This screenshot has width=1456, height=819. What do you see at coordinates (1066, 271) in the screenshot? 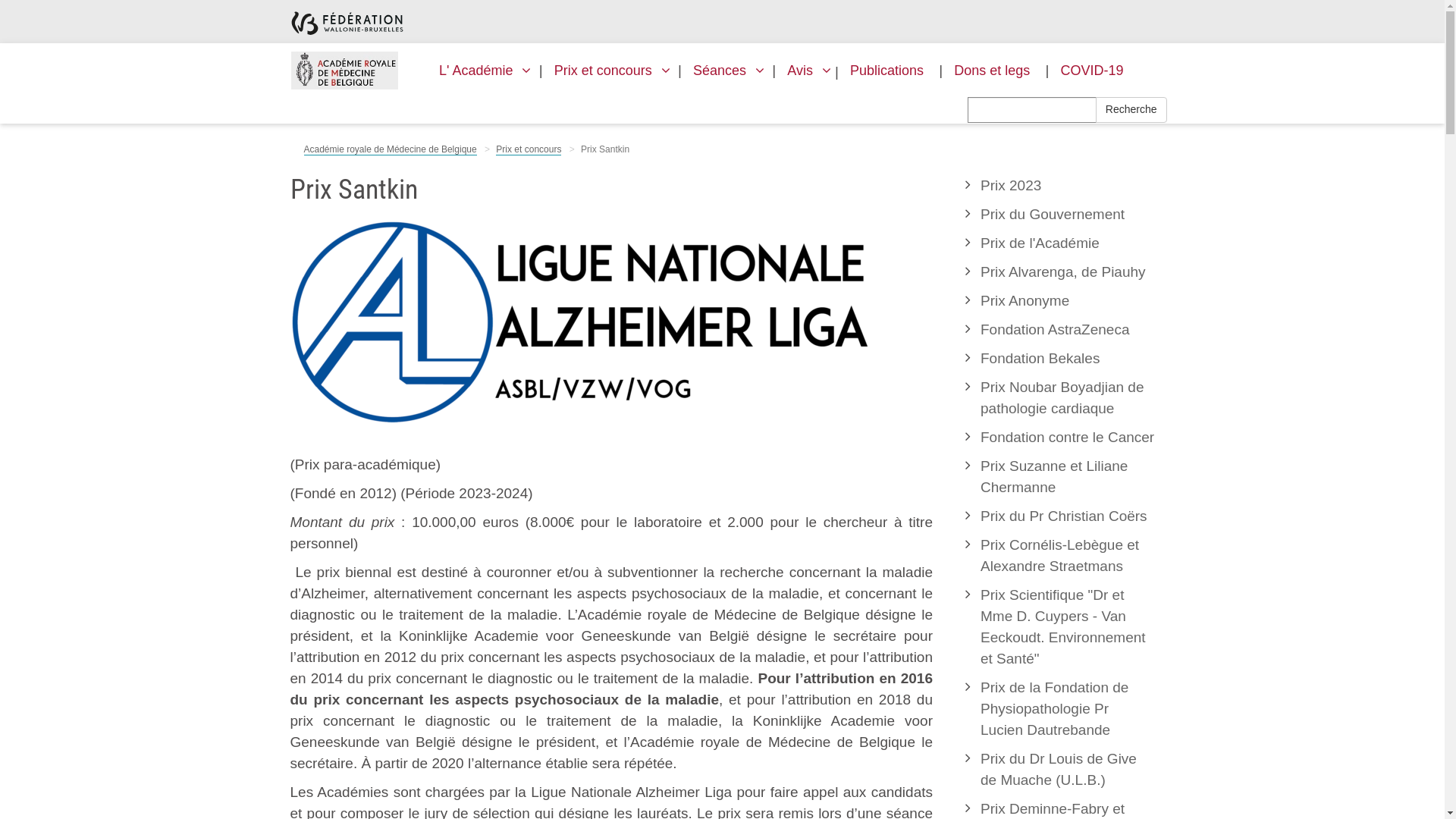
I see `'Prix Alvarenga, de Piauhy'` at bounding box center [1066, 271].